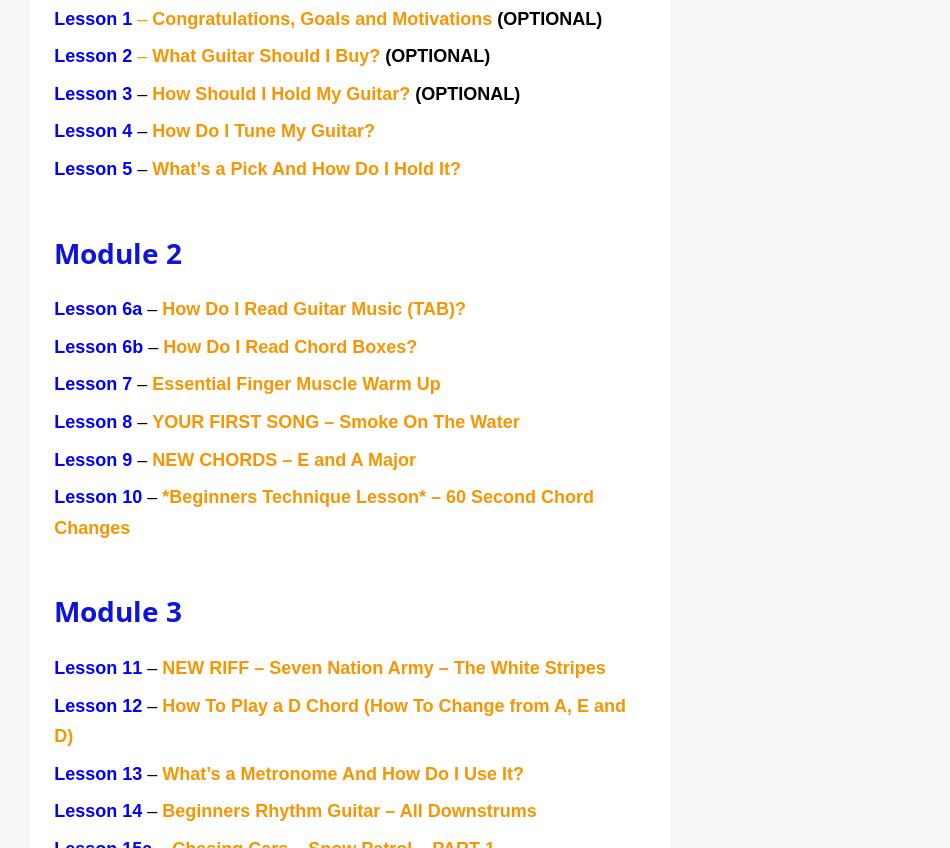  I want to click on 'Lesson 7', so click(95, 386).